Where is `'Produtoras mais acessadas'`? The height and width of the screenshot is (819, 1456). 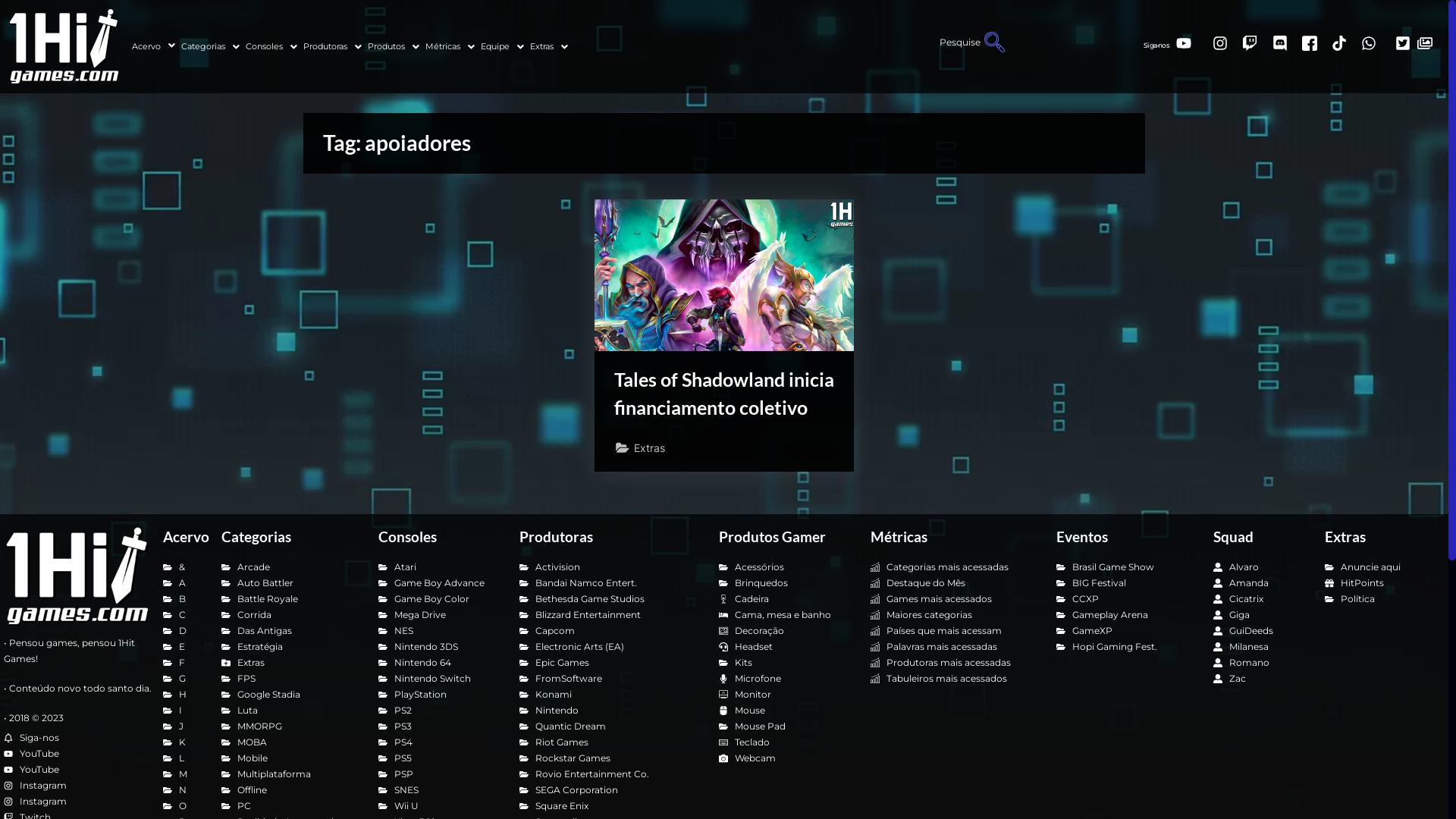 'Produtoras mais acessadas' is located at coordinates (954, 661).